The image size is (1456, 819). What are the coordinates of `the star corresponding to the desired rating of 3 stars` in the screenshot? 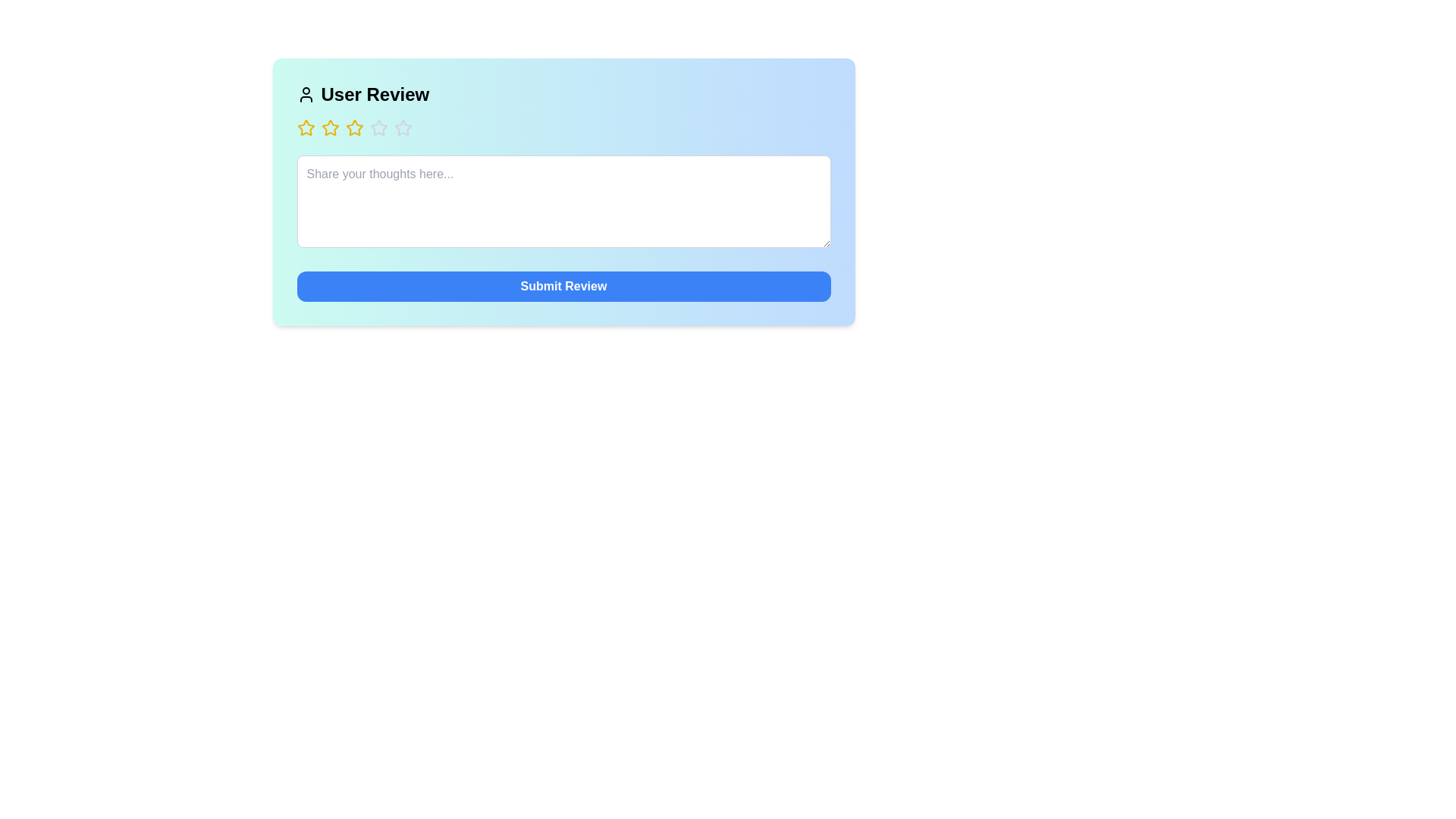 It's located at (353, 127).